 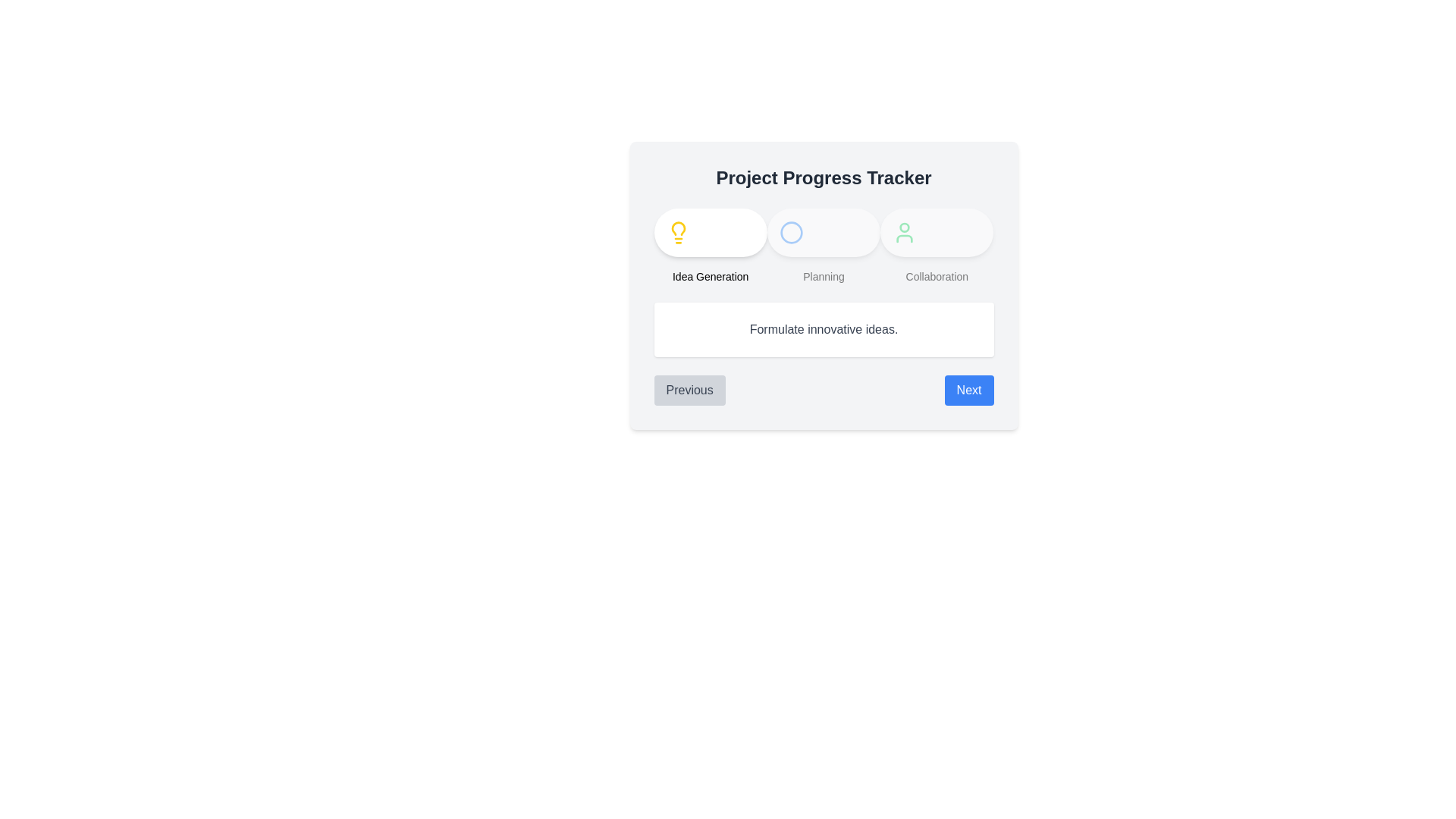 I want to click on the 'Next' button to navigate to the next step, so click(x=968, y=390).